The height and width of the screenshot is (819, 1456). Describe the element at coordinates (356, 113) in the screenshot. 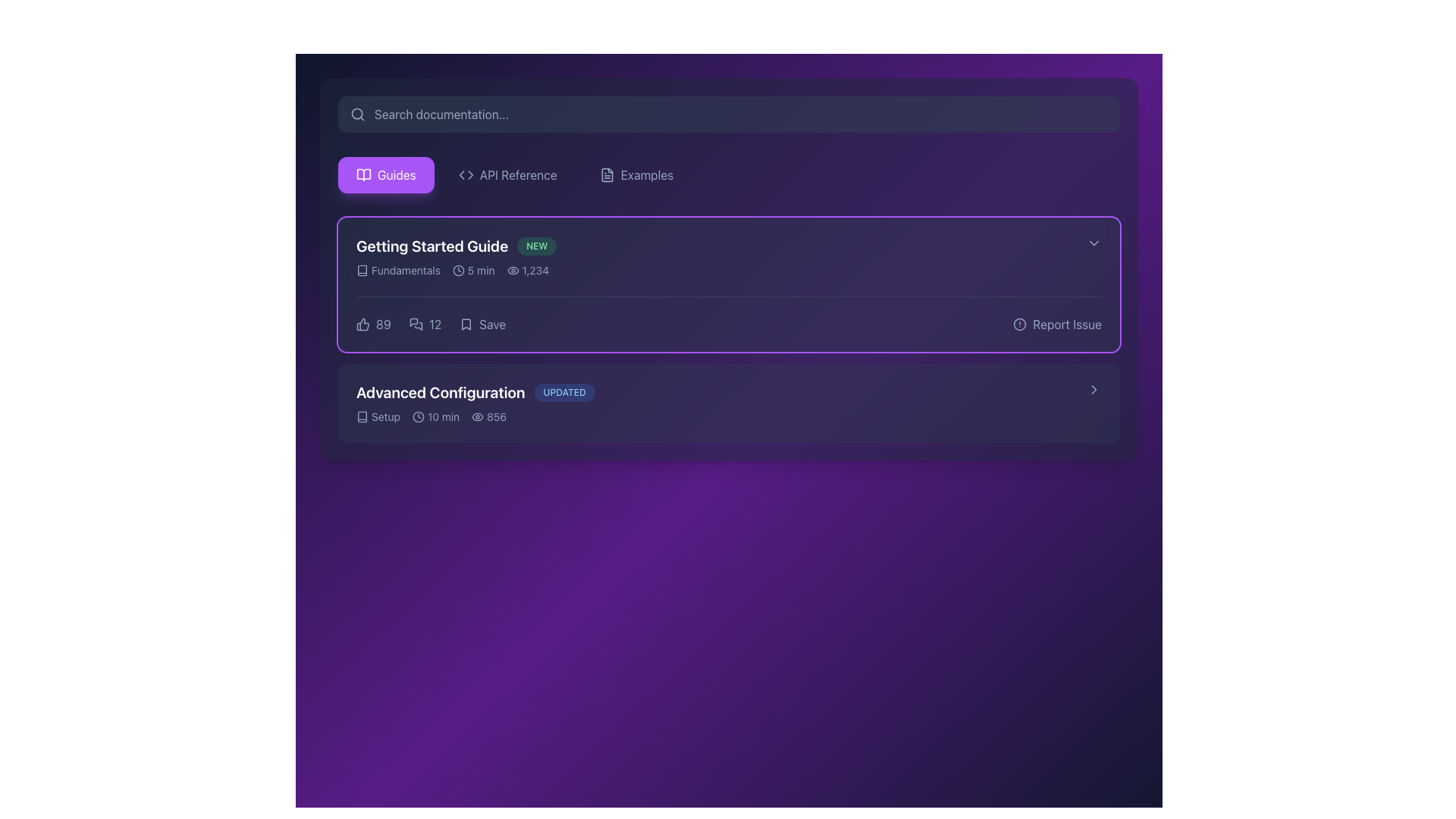

I see `the search icon, which is a light slate gray magnifying glass shape located on the left side of the search bar, aligned vertically in the middle` at that location.